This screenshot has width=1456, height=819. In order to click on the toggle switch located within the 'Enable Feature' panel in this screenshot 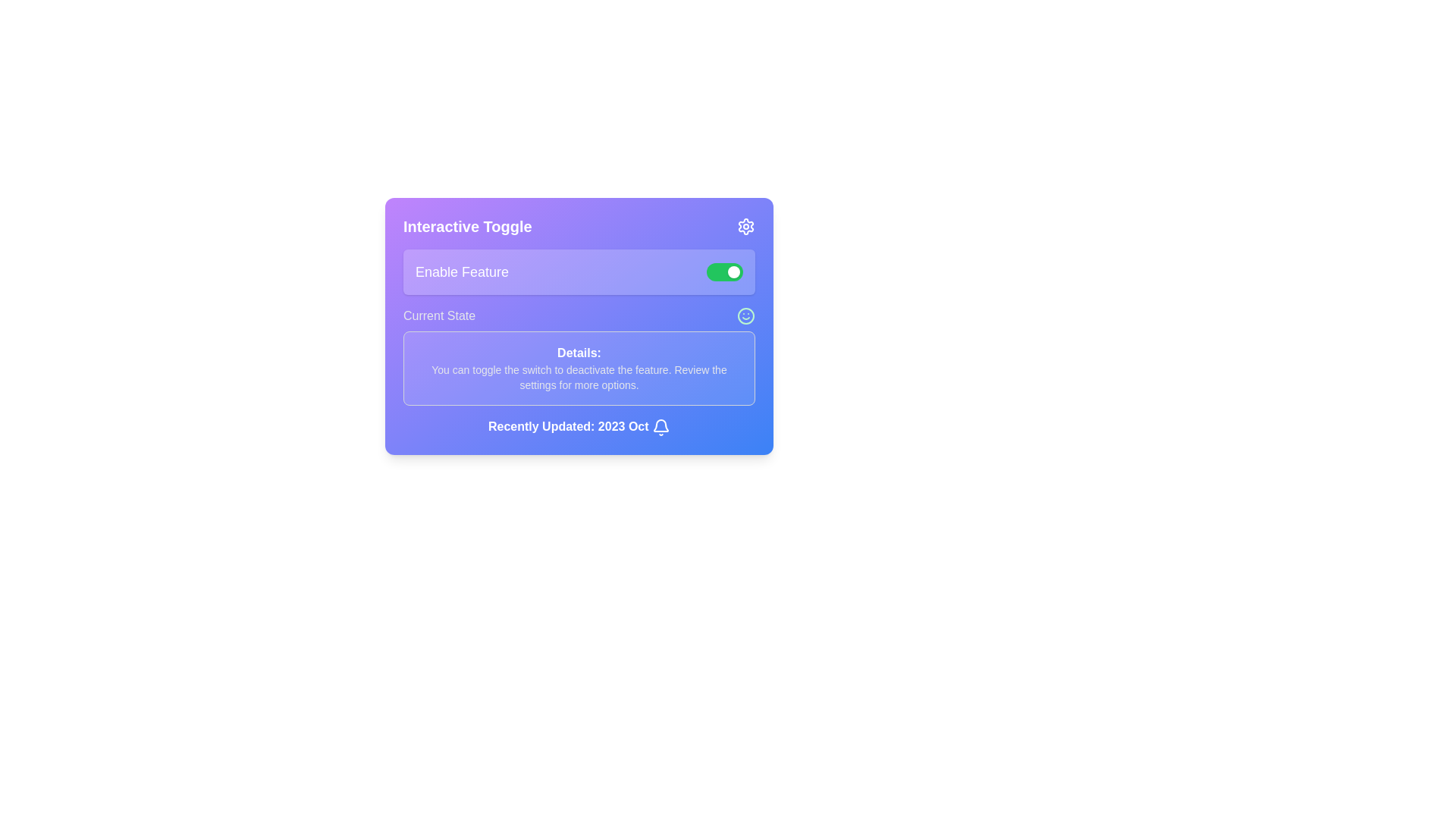, I will do `click(723, 271)`.